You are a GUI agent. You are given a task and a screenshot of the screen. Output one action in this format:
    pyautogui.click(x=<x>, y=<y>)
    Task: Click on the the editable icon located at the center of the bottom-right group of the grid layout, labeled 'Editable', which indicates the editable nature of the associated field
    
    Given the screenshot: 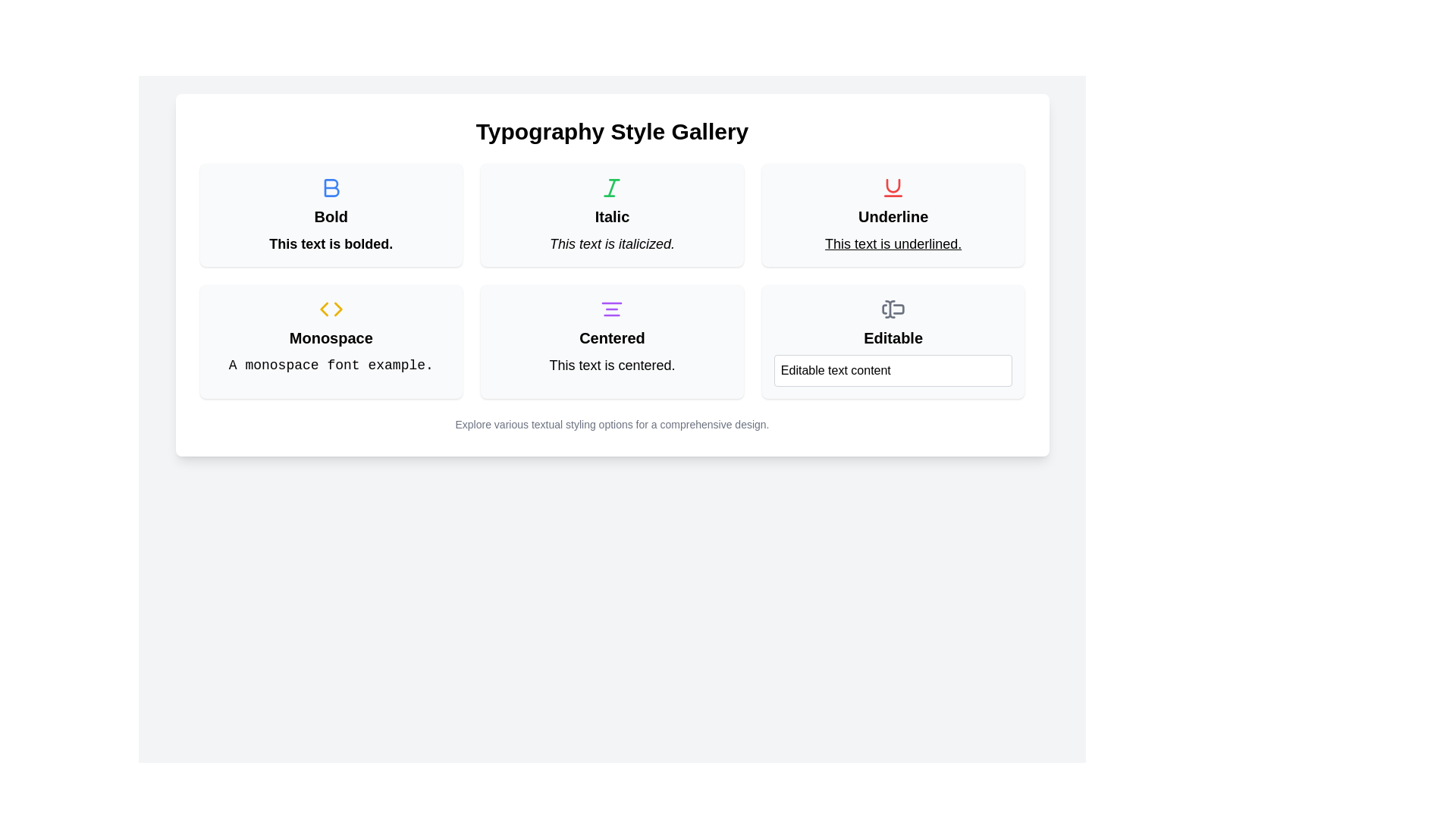 What is the action you would take?
    pyautogui.click(x=893, y=309)
    